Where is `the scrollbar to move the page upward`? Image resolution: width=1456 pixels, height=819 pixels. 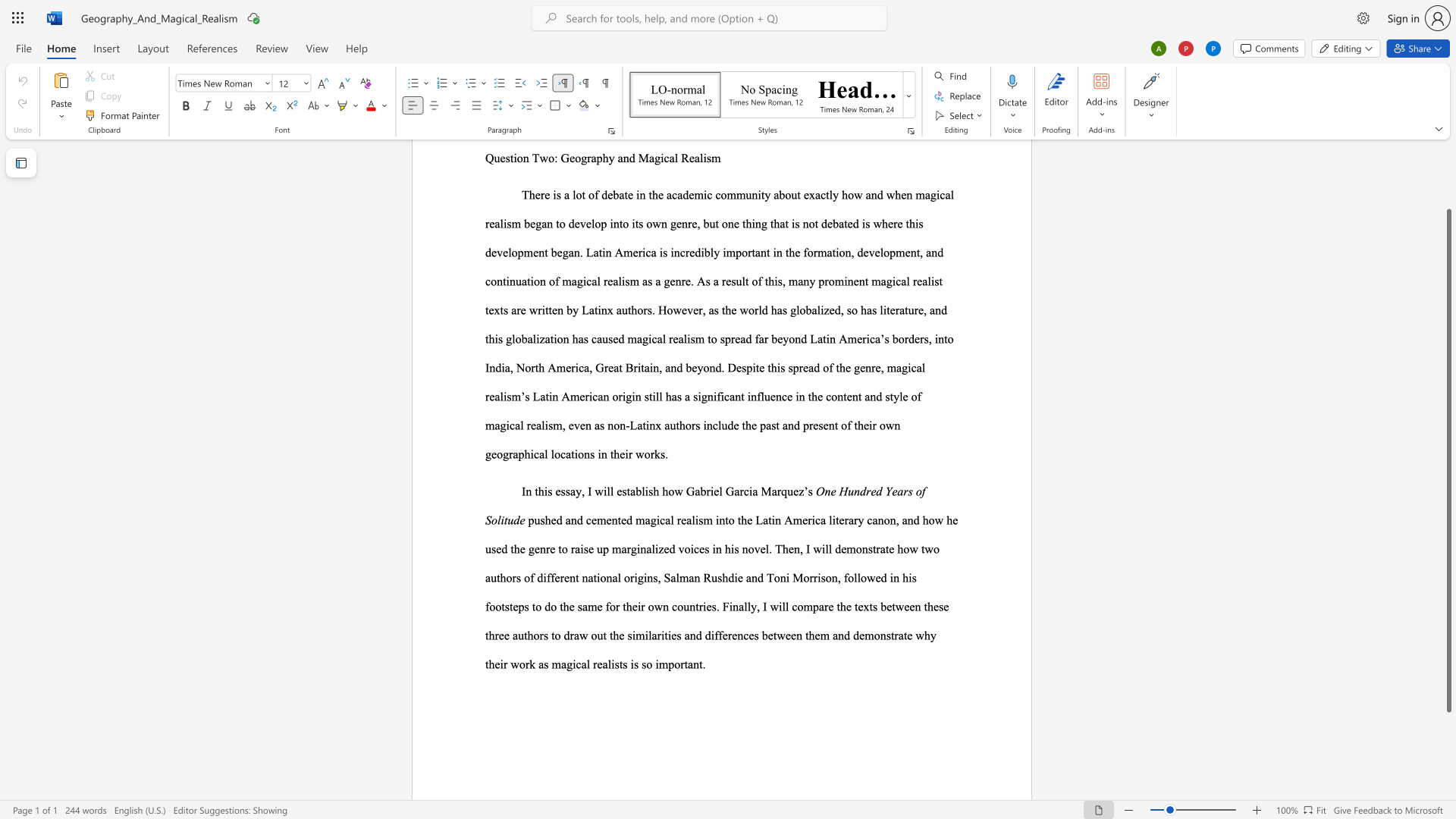 the scrollbar to move the page upward is located at coordinates (1448, 166).